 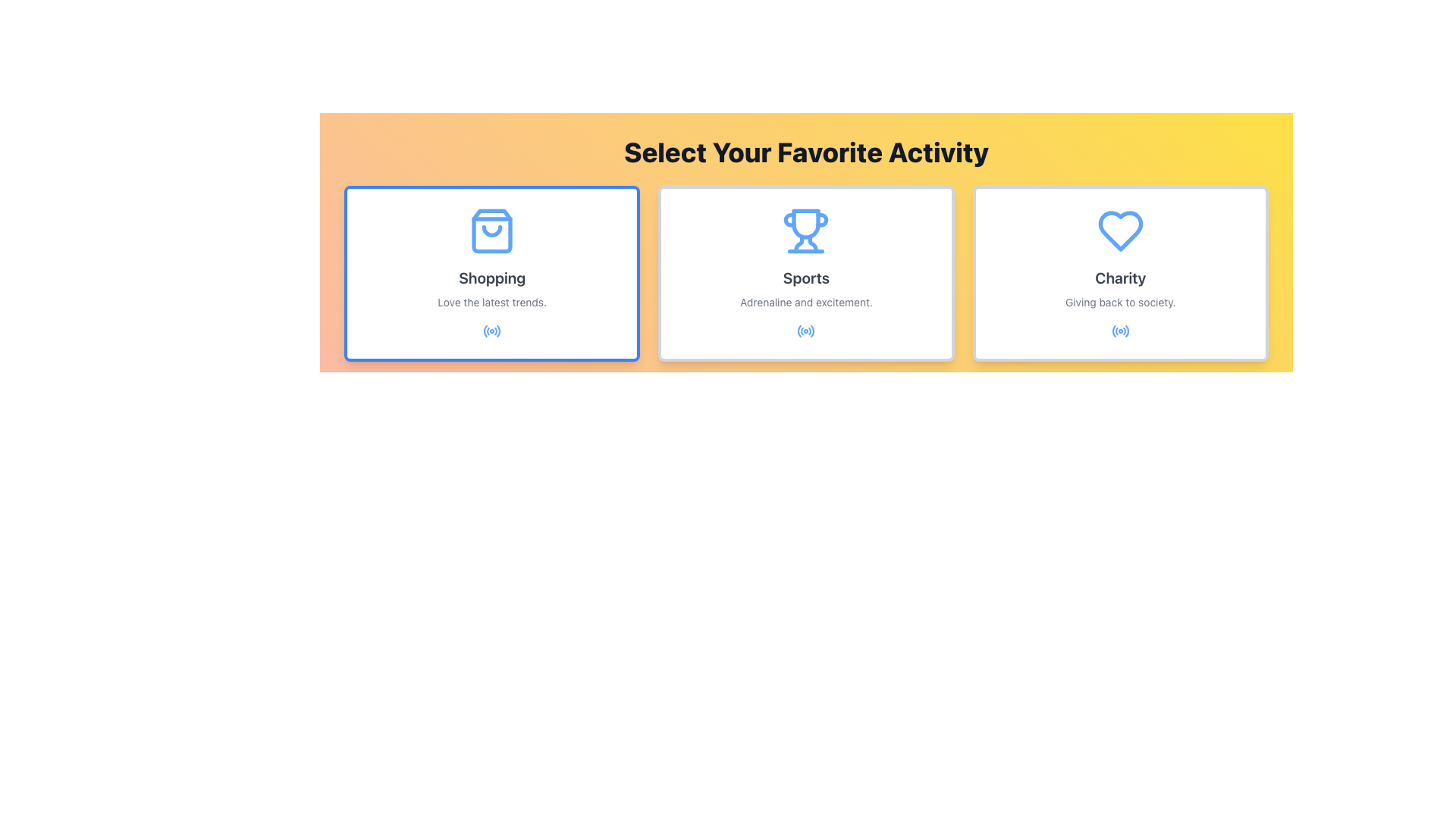 I want to click on the 'Sports' activity text label, which serves as a heading or title, located centrally within the card just below the trophy icon, so click(x=805, y=278).